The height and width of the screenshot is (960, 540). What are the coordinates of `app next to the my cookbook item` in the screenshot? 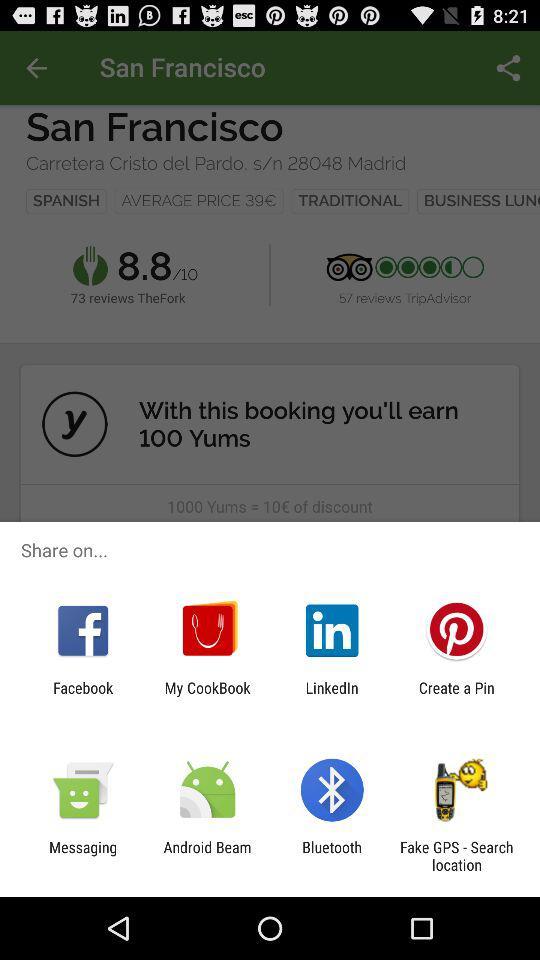 It's located at (332, 696).